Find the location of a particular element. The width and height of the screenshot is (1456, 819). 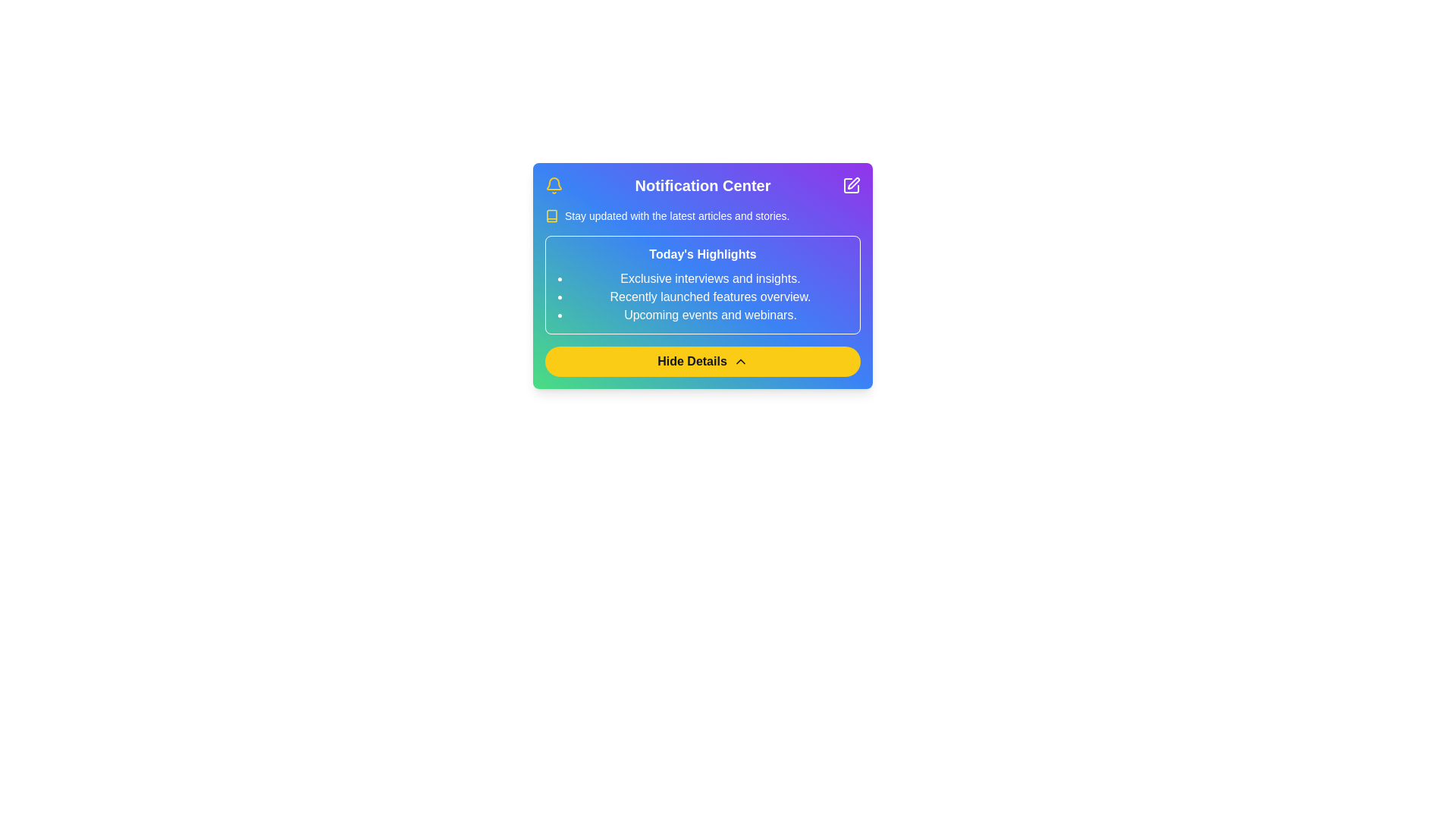

the chevron icon located at the rightmost side of the 'Hide Details' button is located at coordinates (740, 362).